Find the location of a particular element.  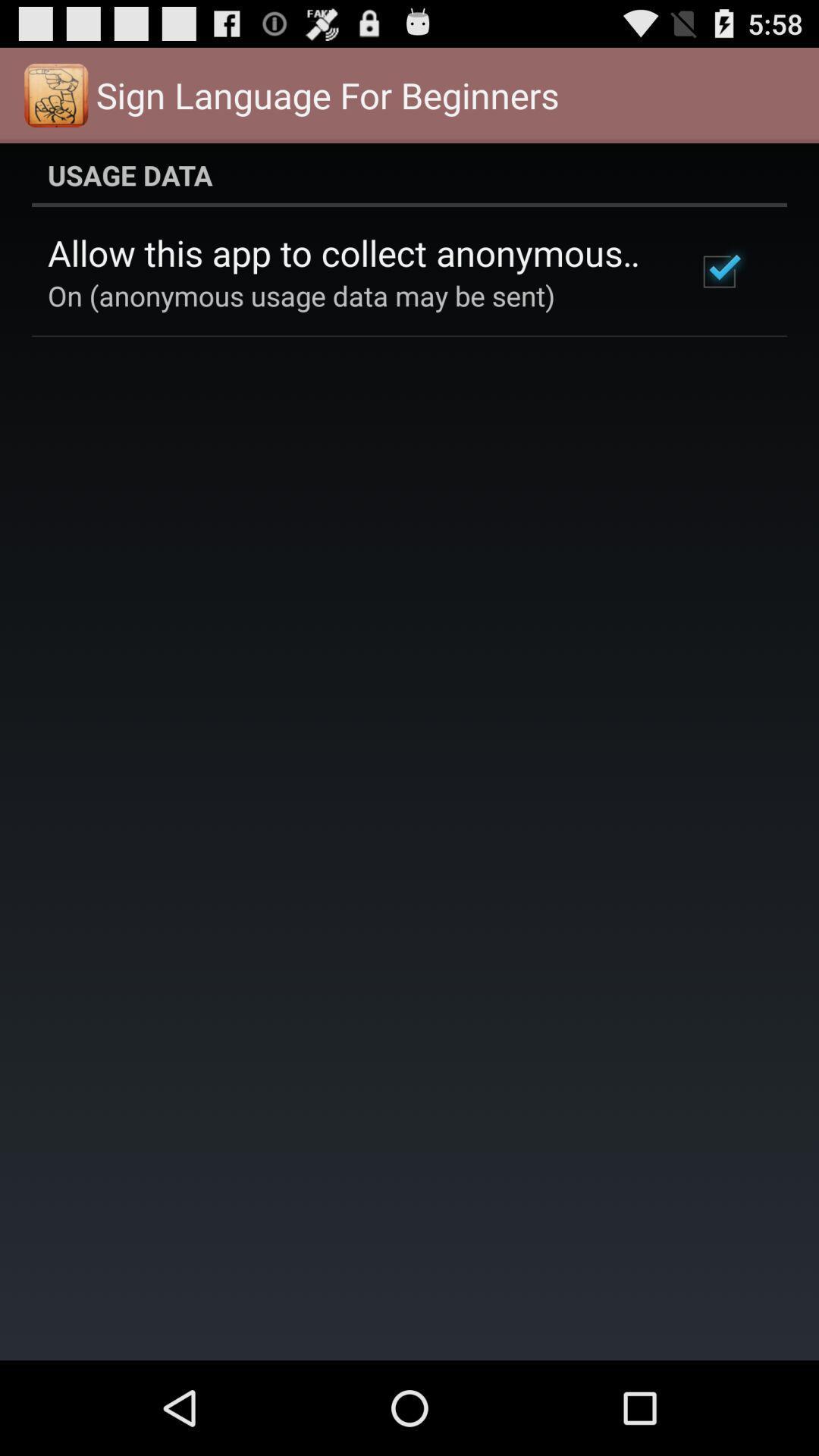

app to the right of allow this app app is located at coordinates (718, 271).